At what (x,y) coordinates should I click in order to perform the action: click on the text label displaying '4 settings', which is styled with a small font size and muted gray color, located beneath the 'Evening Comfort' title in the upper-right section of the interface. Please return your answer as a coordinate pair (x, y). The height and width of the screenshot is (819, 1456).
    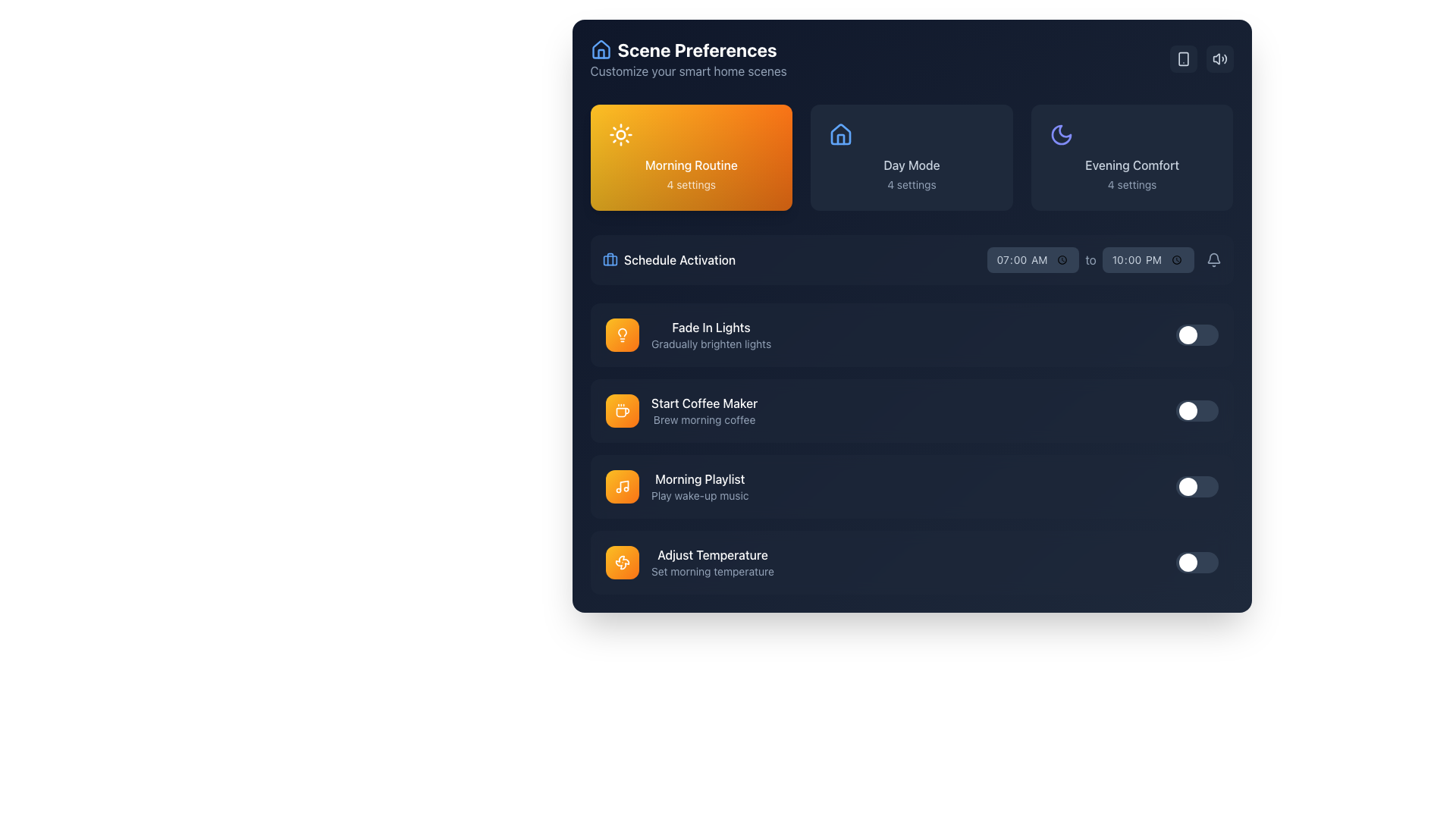
    Looking at the image, I should click on (1132, 184).